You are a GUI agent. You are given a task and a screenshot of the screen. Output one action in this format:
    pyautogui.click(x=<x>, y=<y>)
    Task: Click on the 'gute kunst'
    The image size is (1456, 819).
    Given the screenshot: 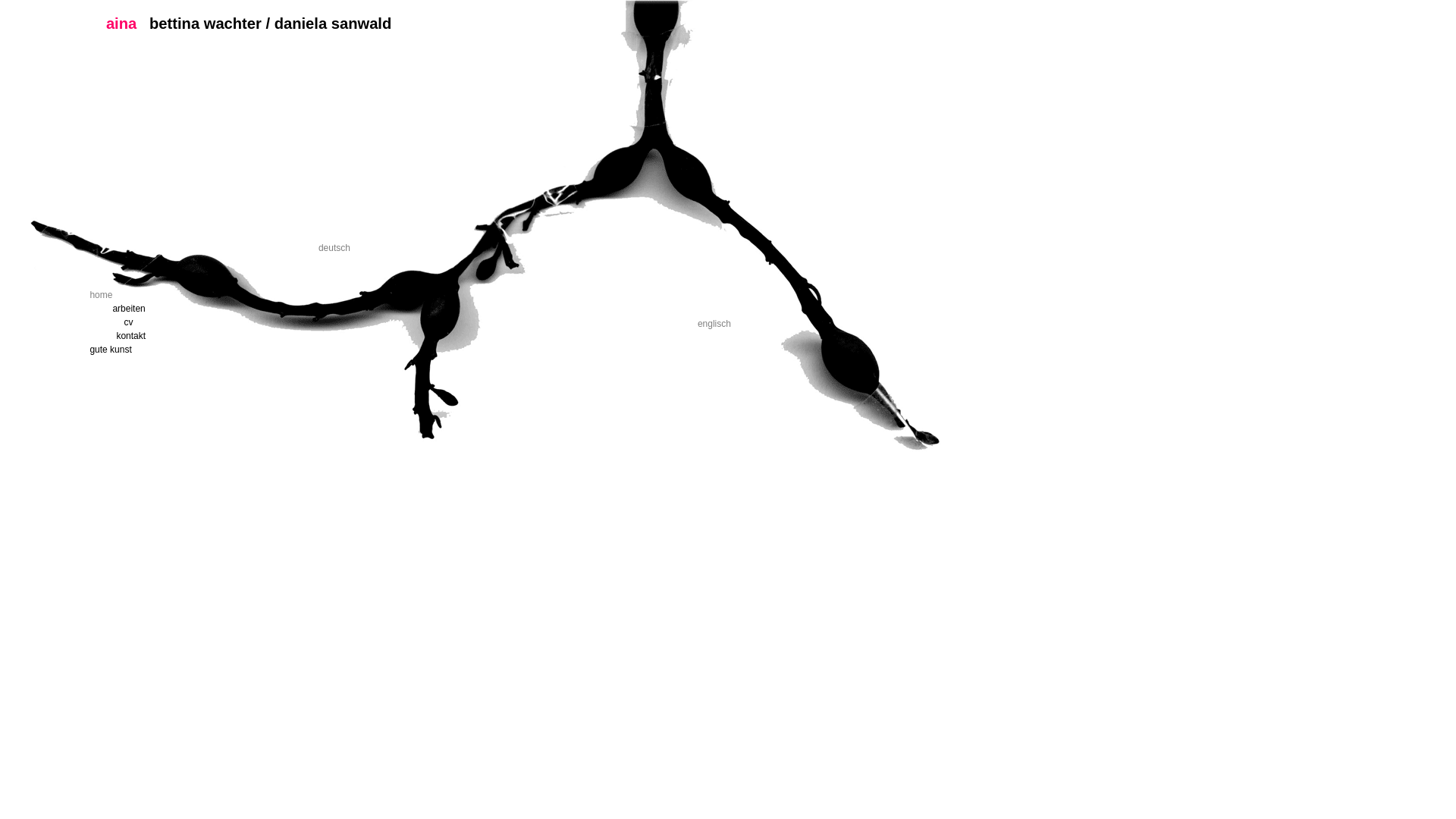 What is the action you would take?
    pyautogui.click(x=158, y=350)
    